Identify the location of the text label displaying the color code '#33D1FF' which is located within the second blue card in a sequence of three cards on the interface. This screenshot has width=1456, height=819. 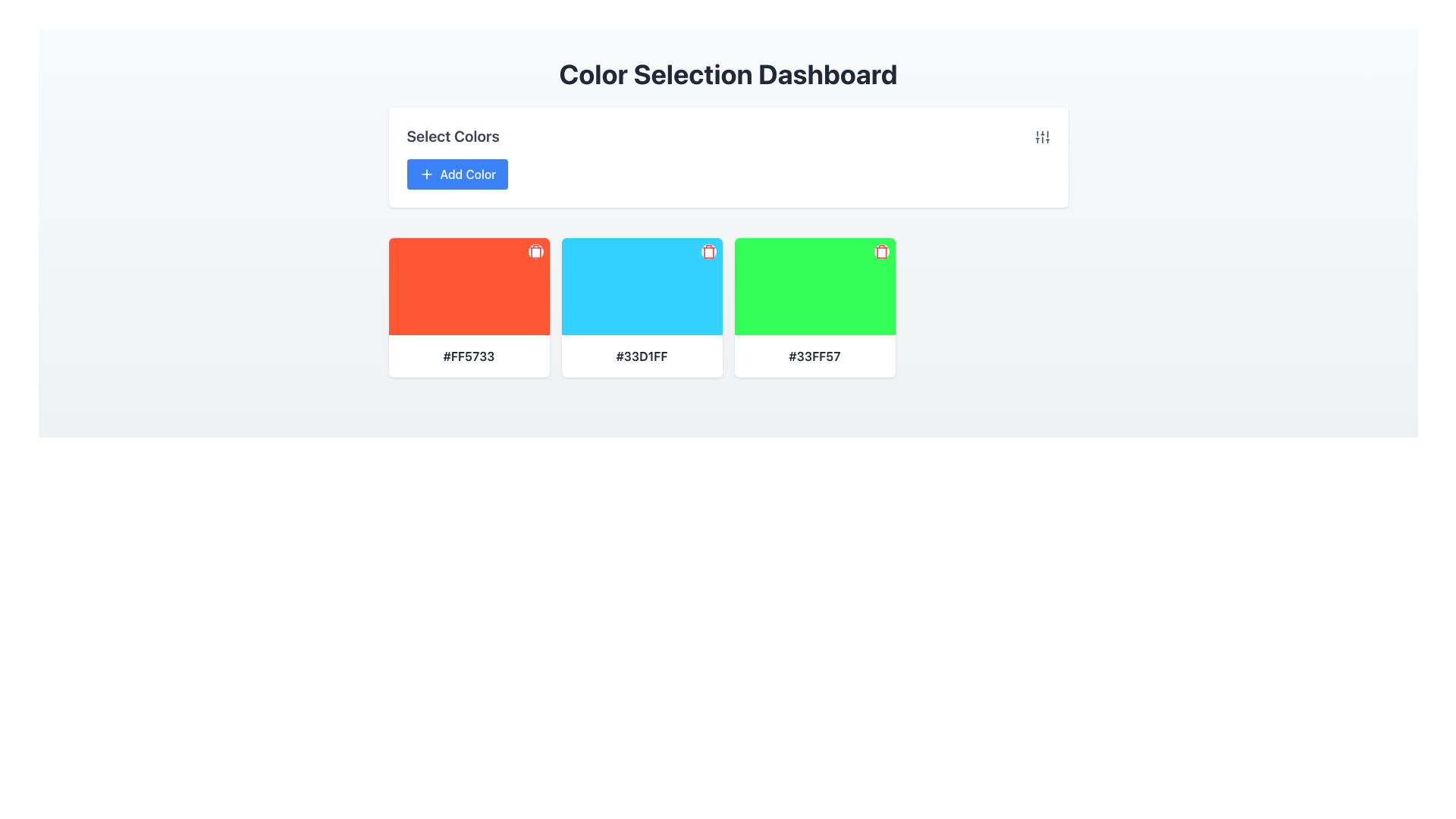
(642, 356).